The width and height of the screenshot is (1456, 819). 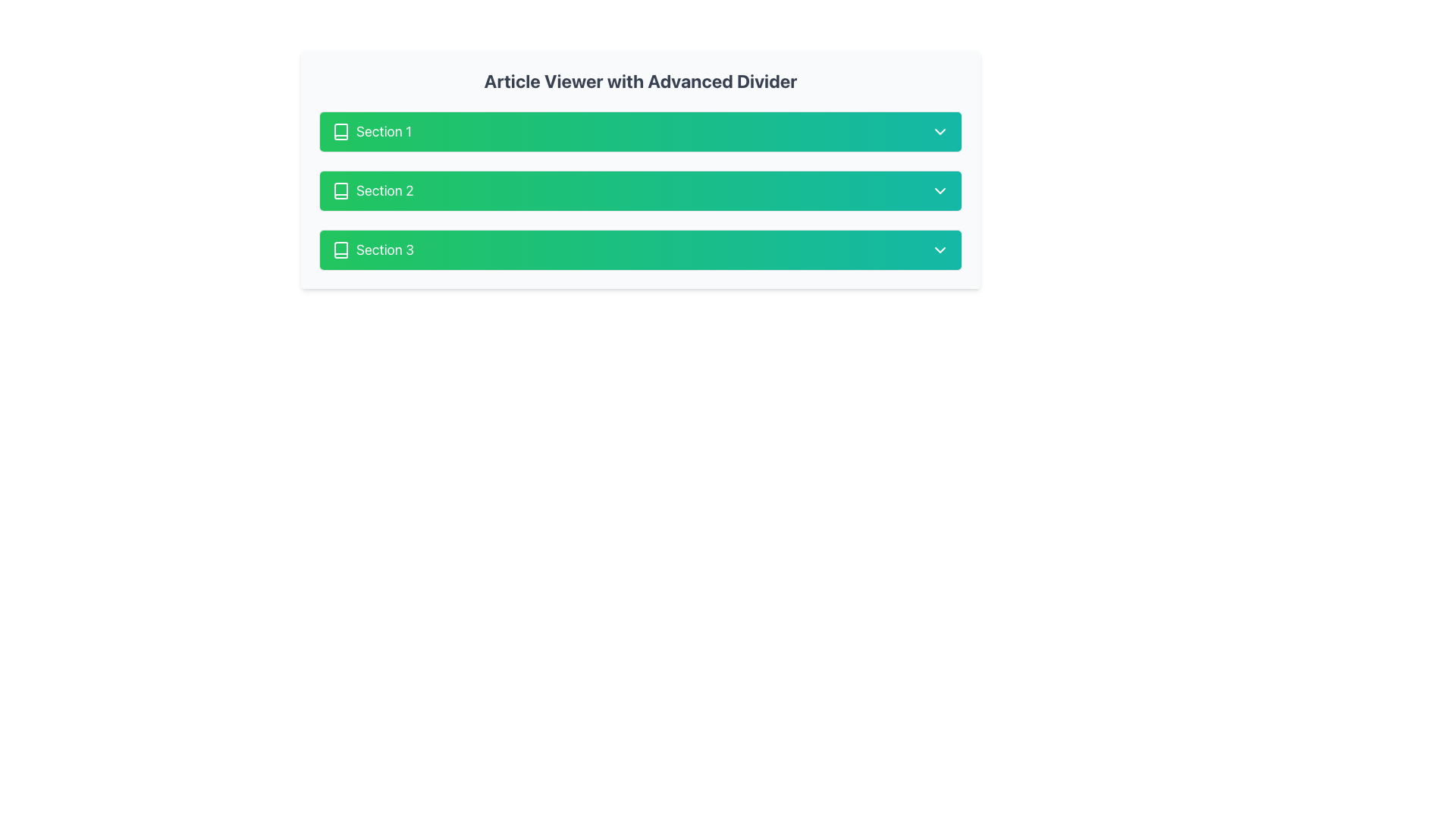 I want to click on the downward-pointing chevron icon with a green background on the right side of the 'Section 2' bar, so click(x=939, y=190).